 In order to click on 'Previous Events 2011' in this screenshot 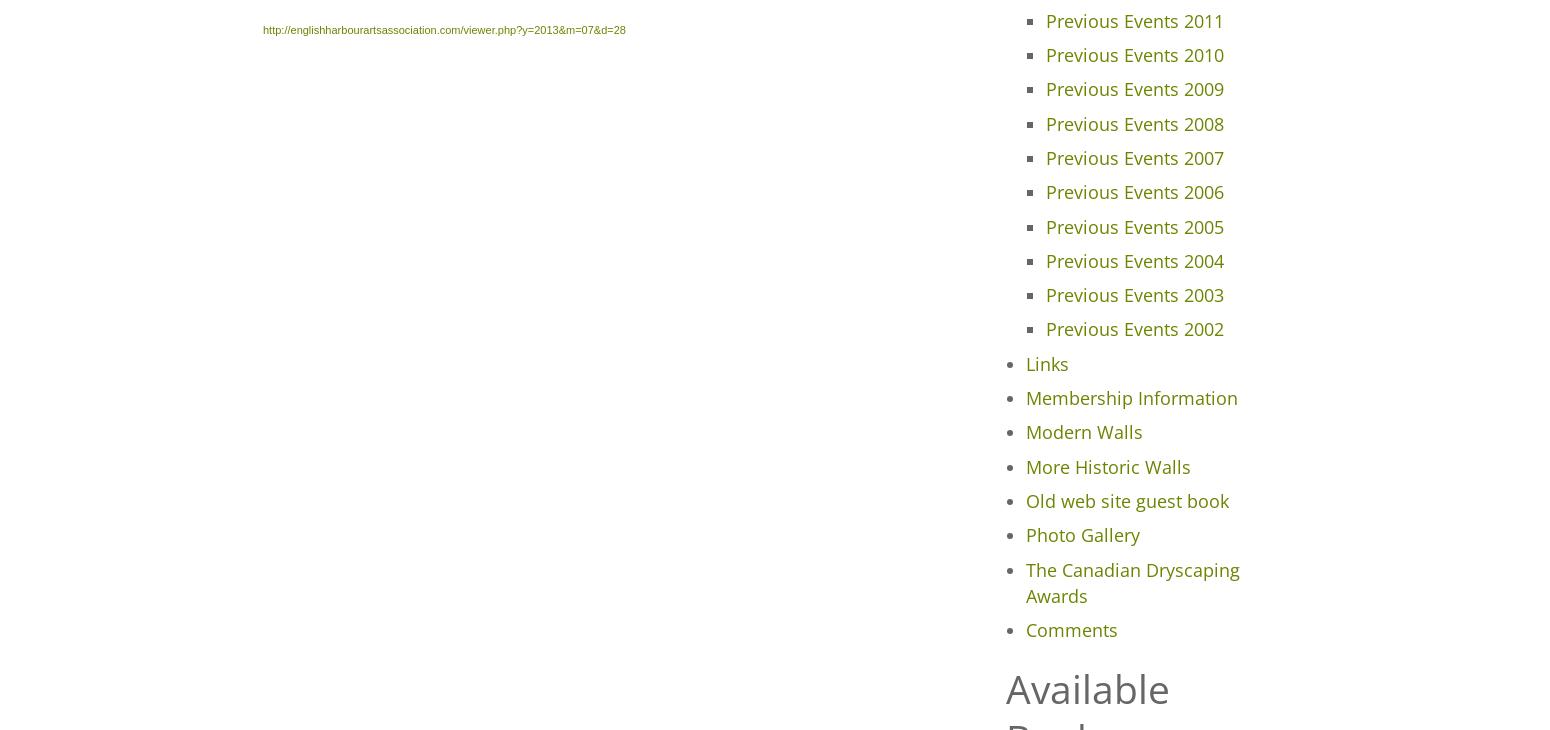, I will do `click(1132, 19)`.